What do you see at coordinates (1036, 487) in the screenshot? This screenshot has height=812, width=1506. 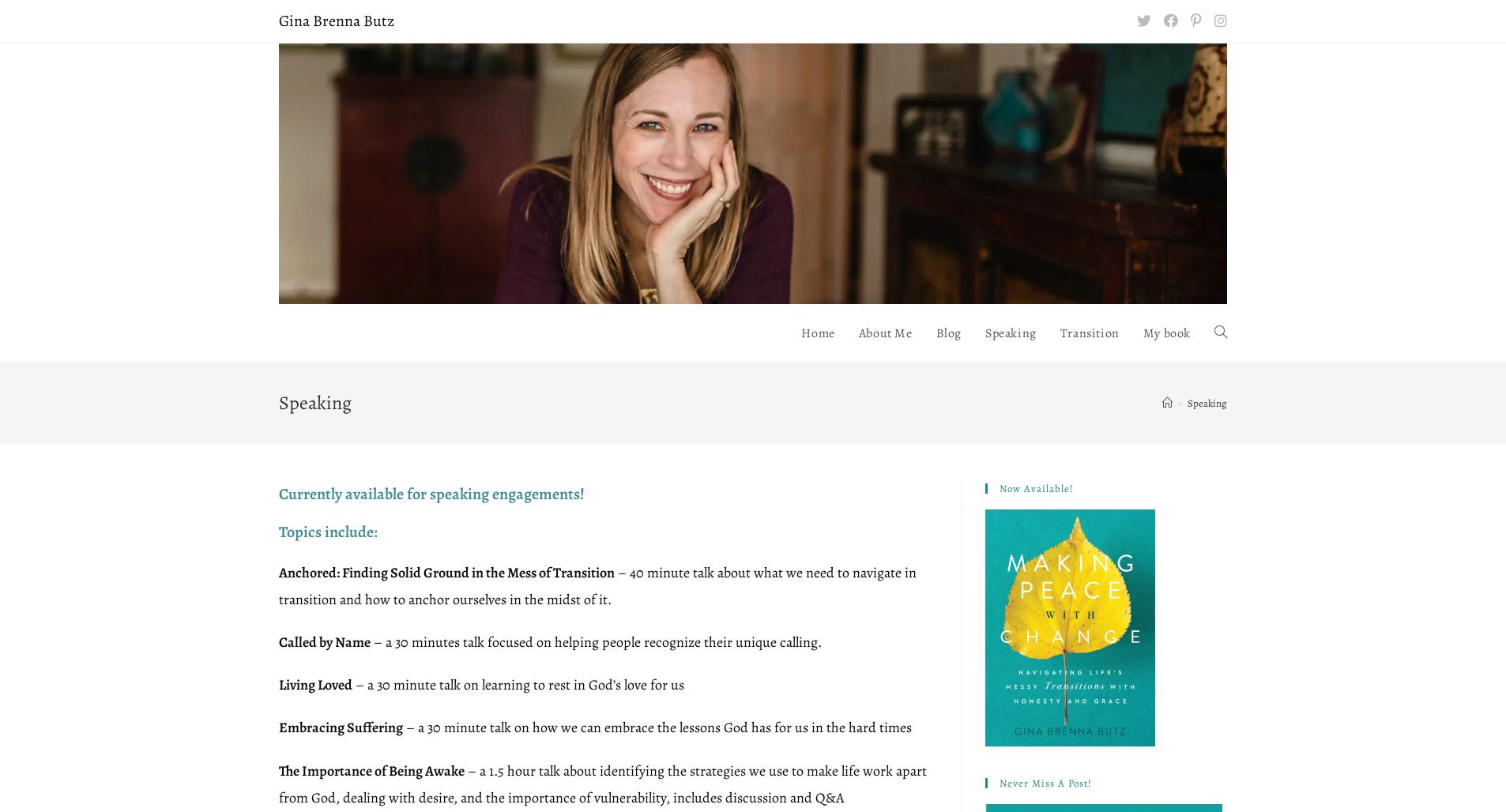 I see `'Now available!'` at bounding box center [1036, 487].